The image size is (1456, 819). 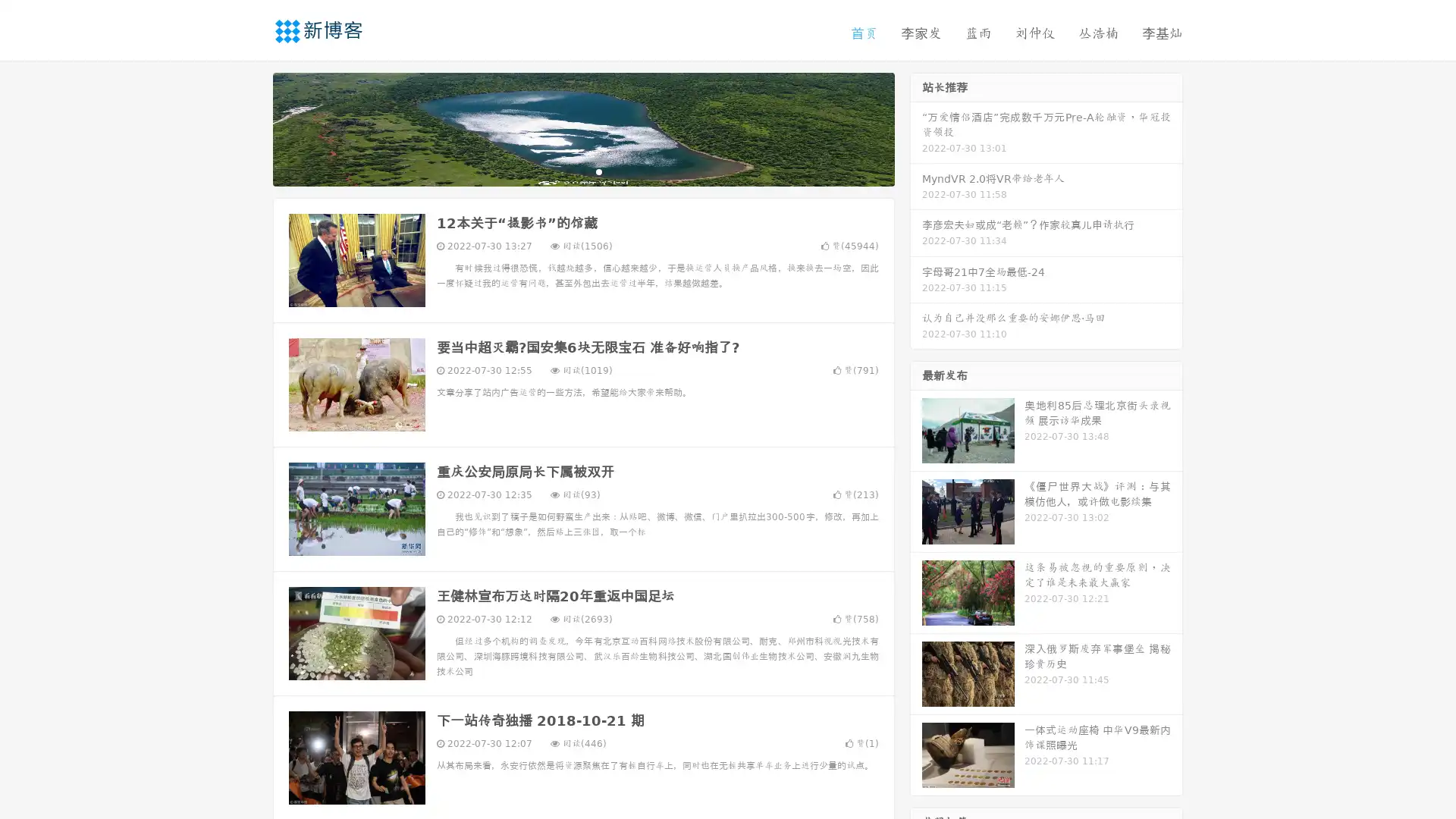 I want to click on Go to slide 1, so click(x=567, y=171).